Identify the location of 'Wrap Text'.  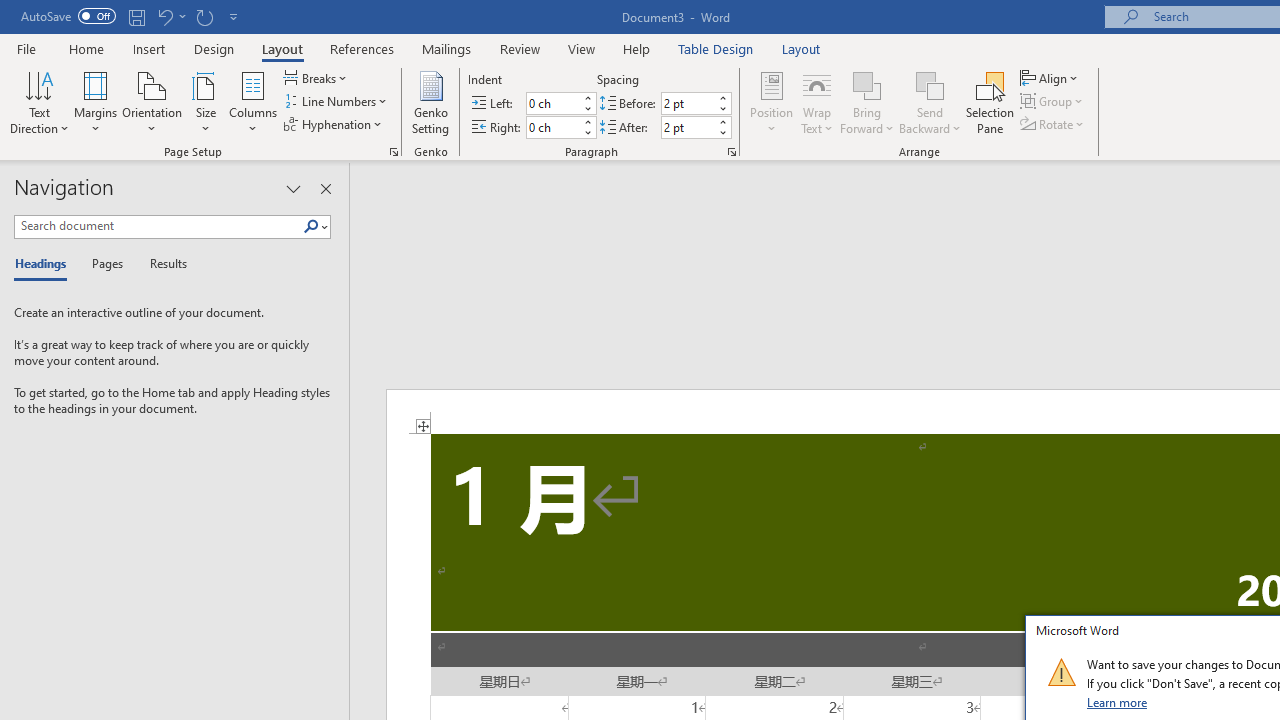
(817, 103).